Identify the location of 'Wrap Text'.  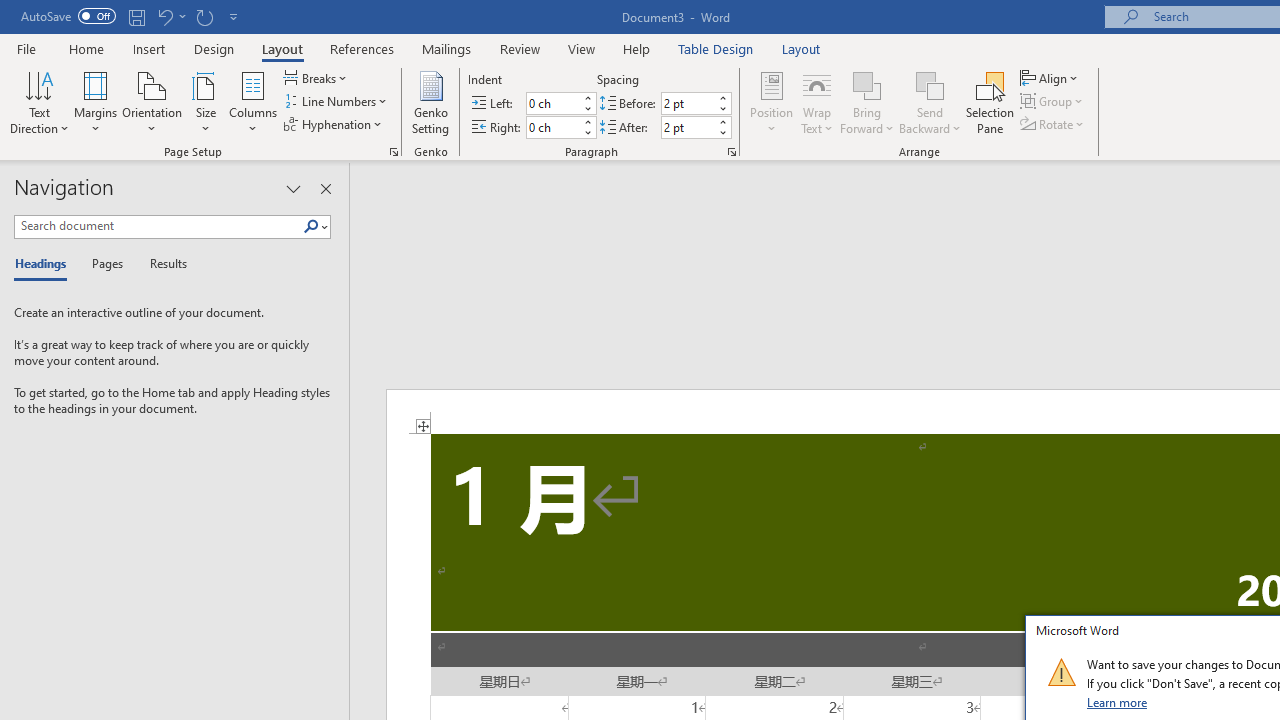
(817, 103).